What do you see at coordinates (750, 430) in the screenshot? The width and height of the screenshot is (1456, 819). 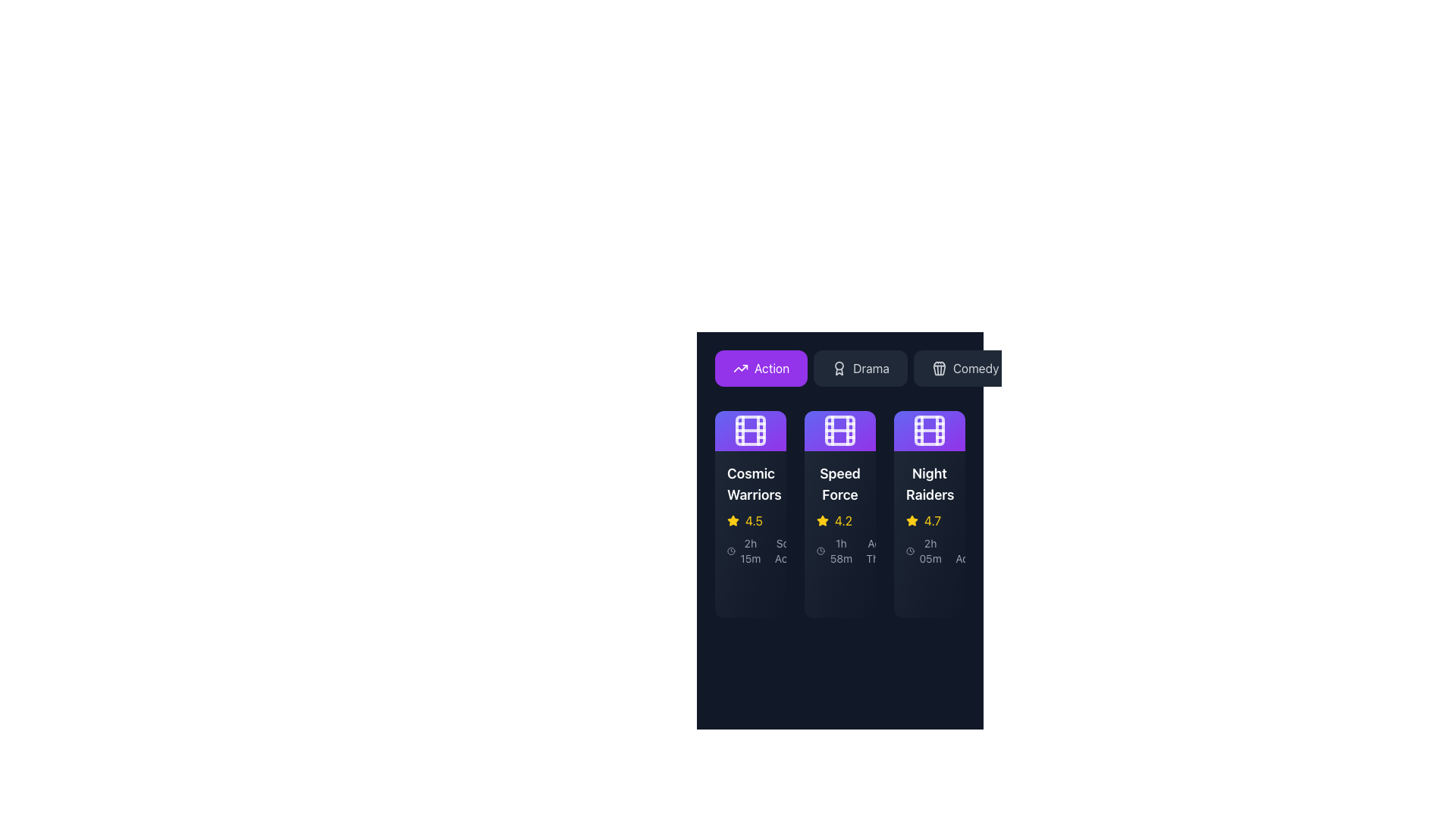 I see `the Icongraphic element representing the film reel for the movie 'Cosmic Warriors', located in the top-left corner of the card layout under the 'Action' tab` at bounding box center [750, 430].